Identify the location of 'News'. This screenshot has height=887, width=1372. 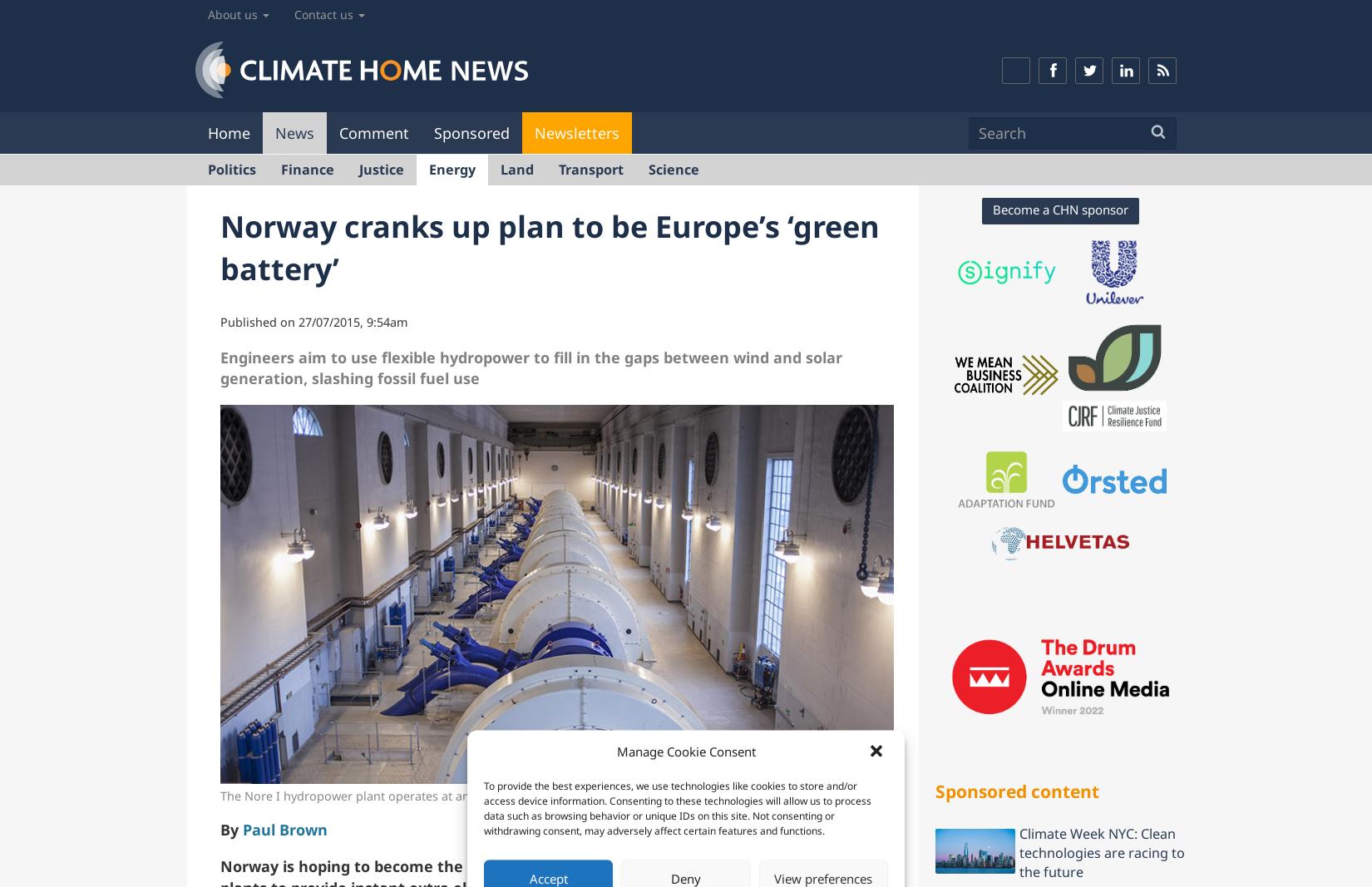
(294, 131).